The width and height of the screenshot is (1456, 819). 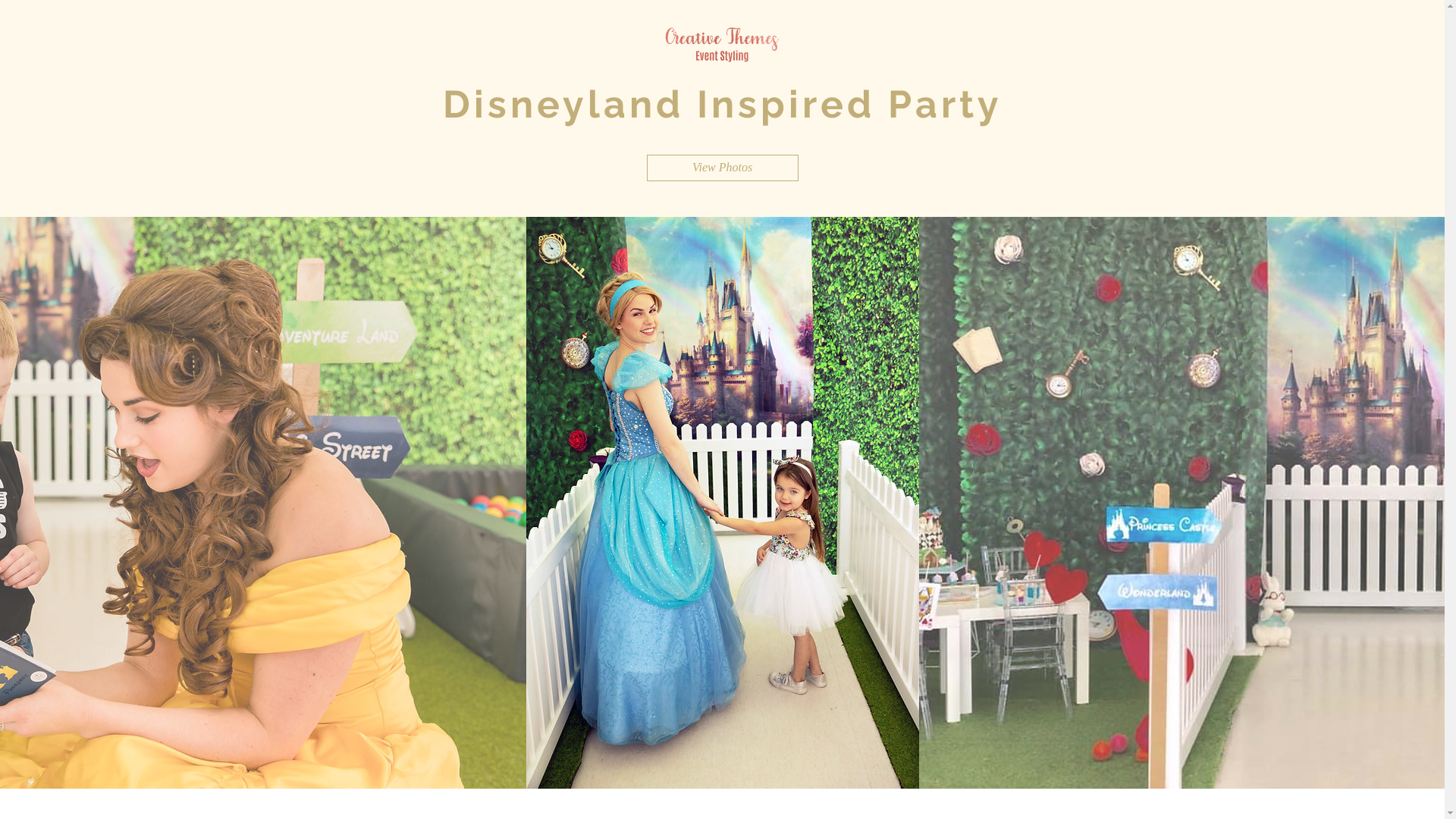 What do you see at coordinates (720, 168) in the screenshot?
I see `'View Photos'` at bounding box center [720, 168].